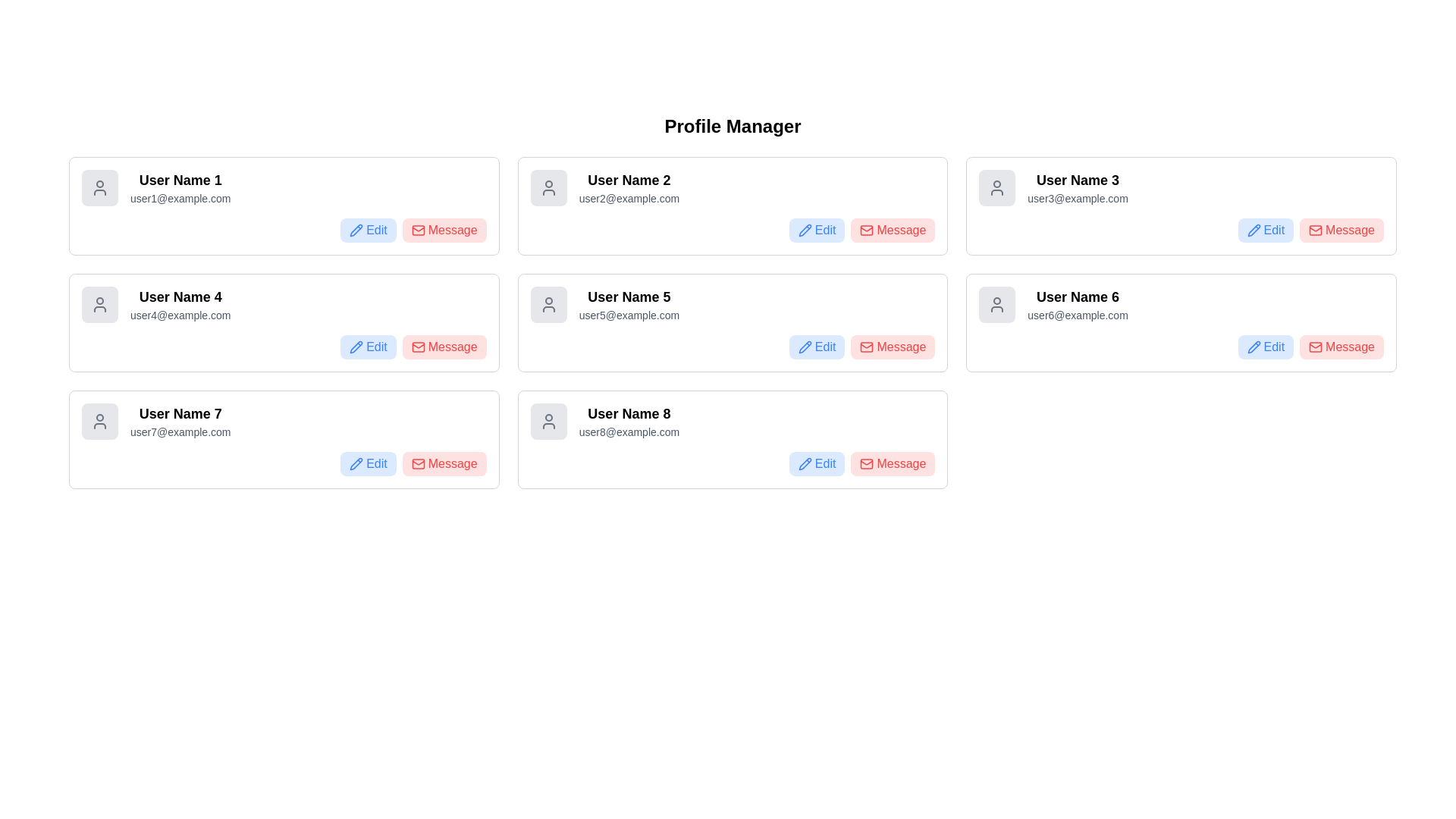 The width and height of the screenshot is (1456, 819). Describe the element at coordinates (452, 463) in the screenshot. I see `the button to initiate messaging functionality for the user 'User Name 7', located in the profile card to the right of the 'Edit' button` at that location.